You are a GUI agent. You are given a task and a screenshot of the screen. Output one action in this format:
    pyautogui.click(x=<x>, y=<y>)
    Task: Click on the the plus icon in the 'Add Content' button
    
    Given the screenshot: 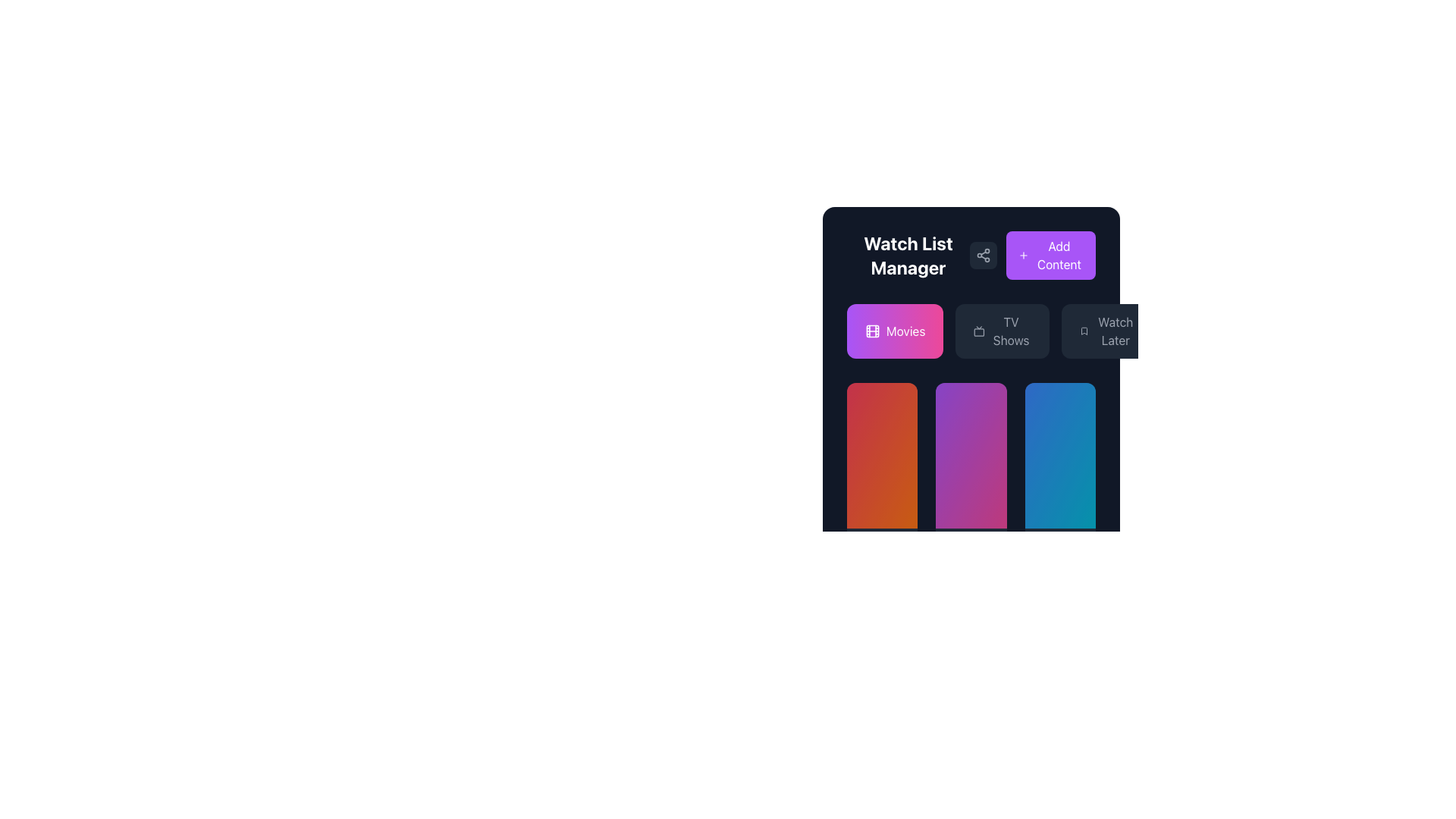 What is the action you would take?
    pyautogui.click(x=1023, y=254)
    